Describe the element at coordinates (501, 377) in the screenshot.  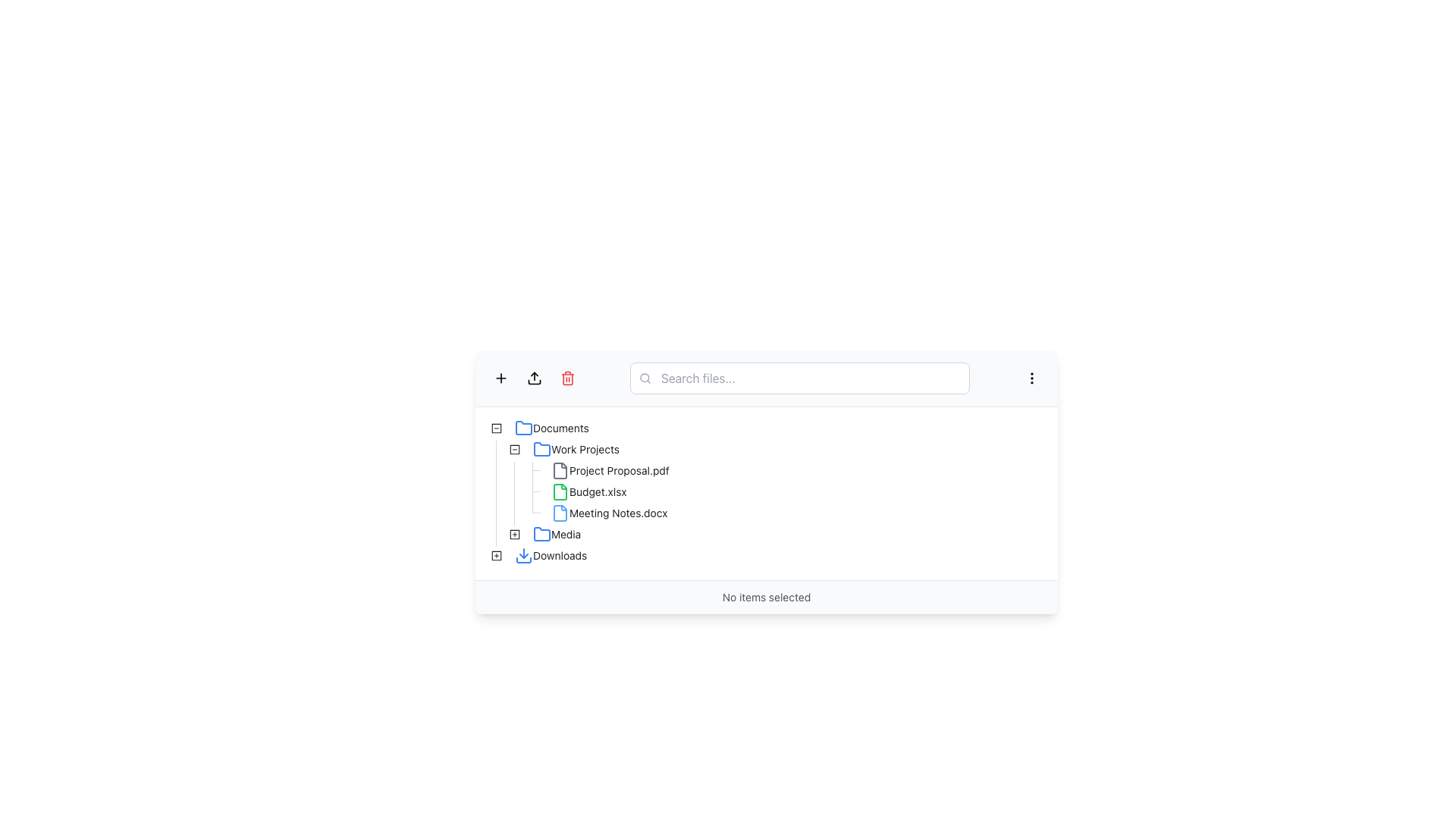
I see `the square-shaped button with a plus icon located in the top left of the interface` at that location.